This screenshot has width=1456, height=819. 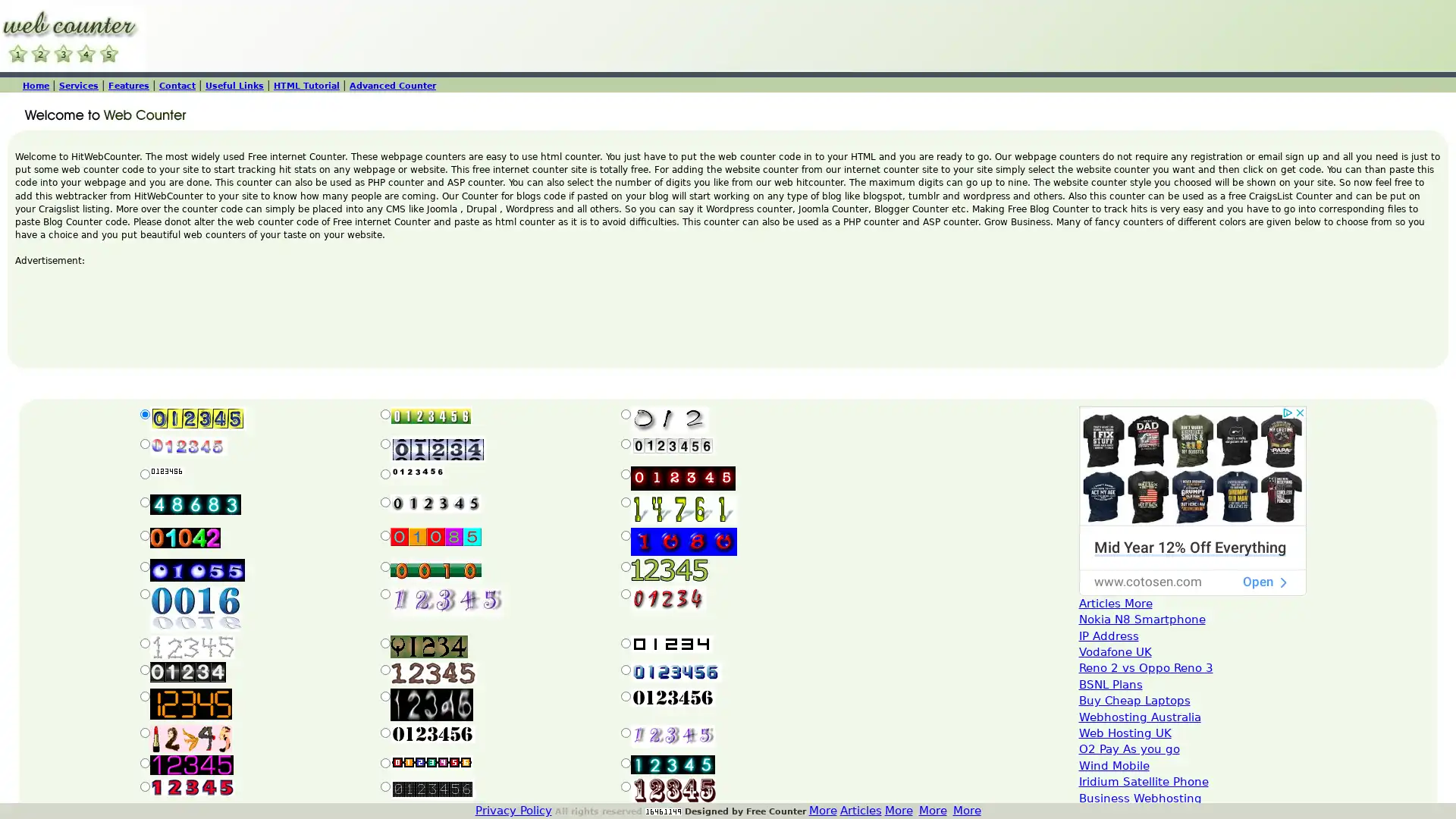 What do you see at coordinates (682, 479) in the screenshot?
I see `Submit` at bounding box center [682, 479].